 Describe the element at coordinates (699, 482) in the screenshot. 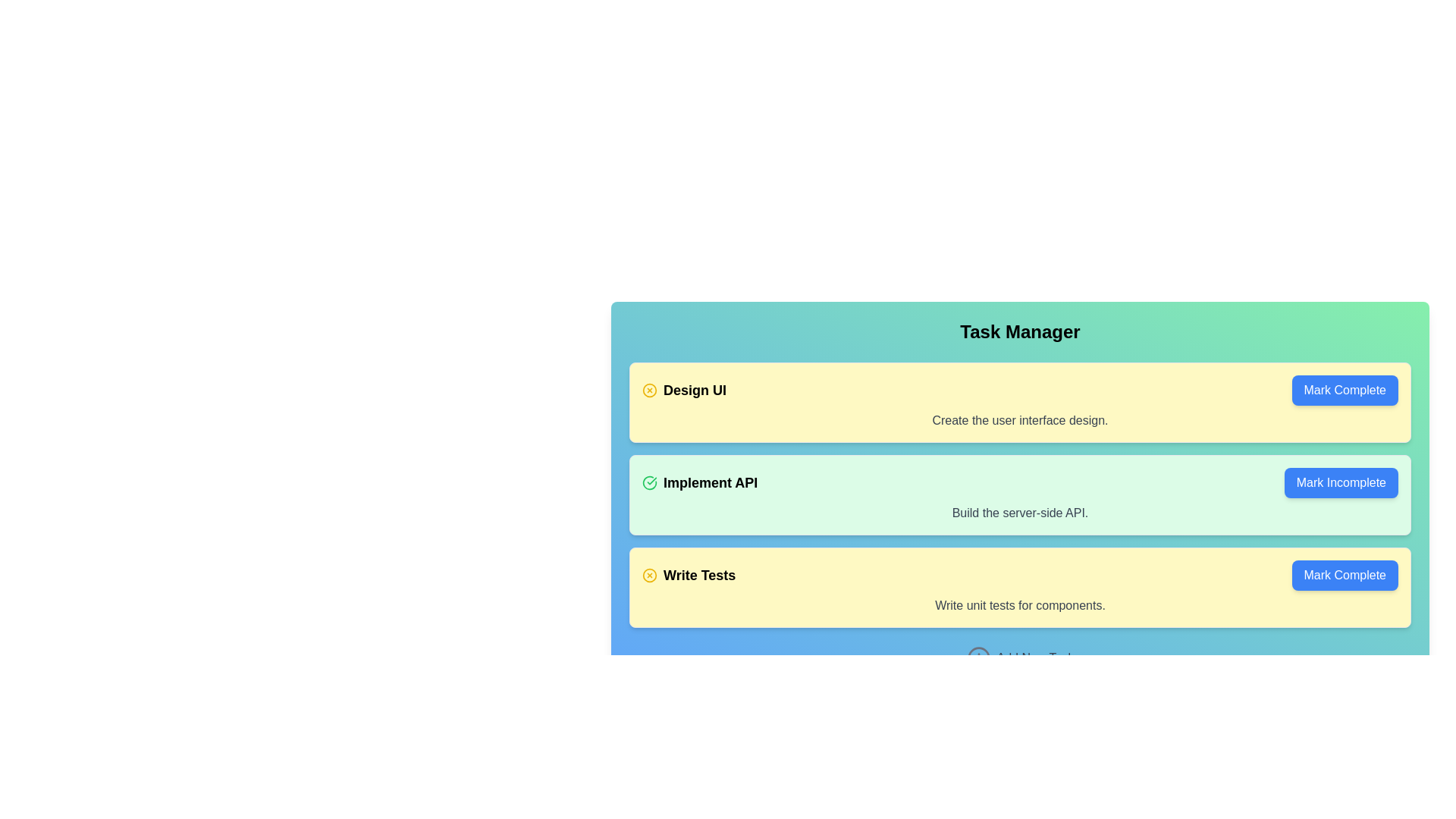

I see `the text label that describes the task 'Implement API', which is the second item in the vertical list of steps in the task management interface` at that location.